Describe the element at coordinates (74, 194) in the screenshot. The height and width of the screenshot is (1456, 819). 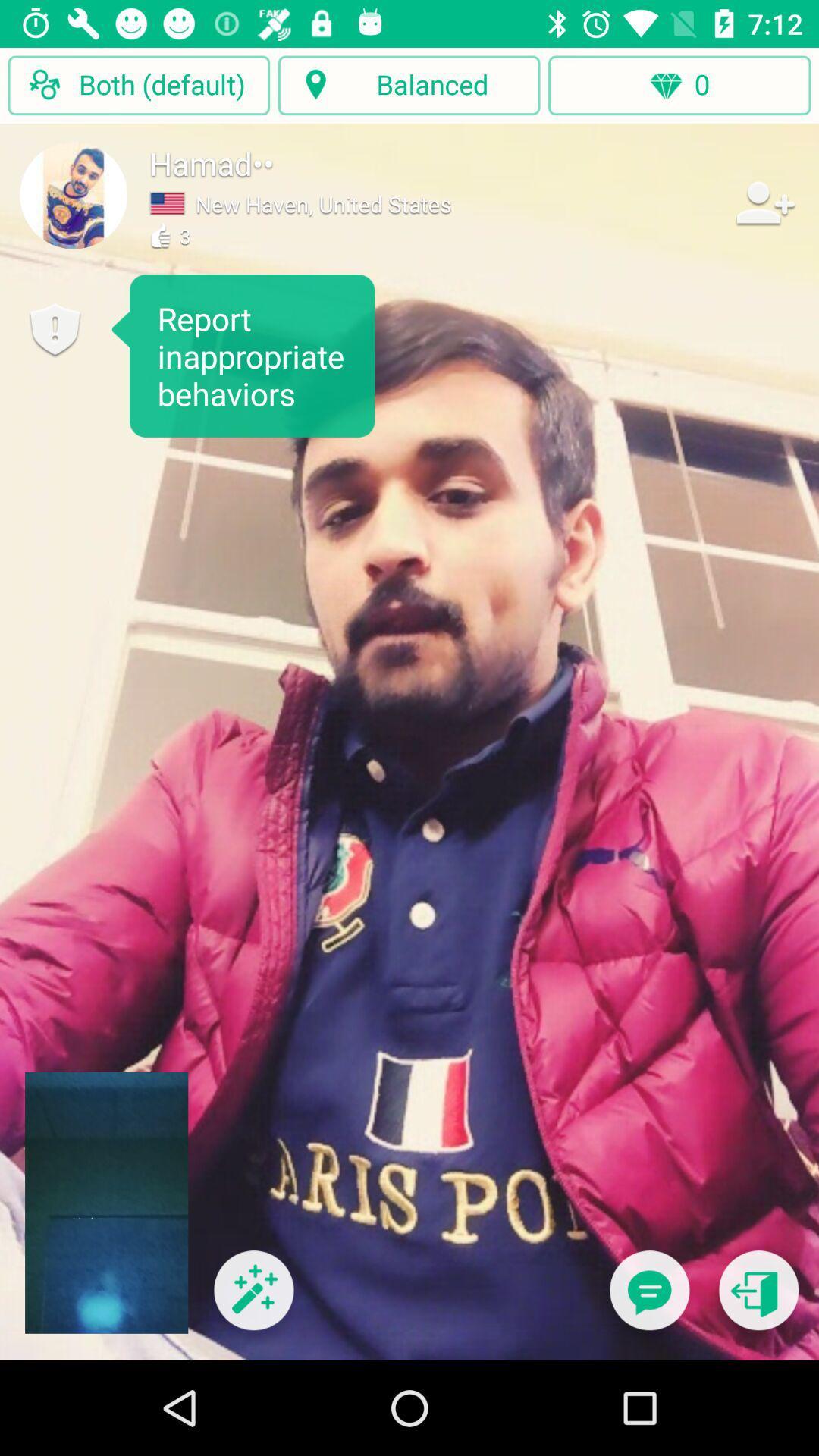
I see `profile picture` at that location.